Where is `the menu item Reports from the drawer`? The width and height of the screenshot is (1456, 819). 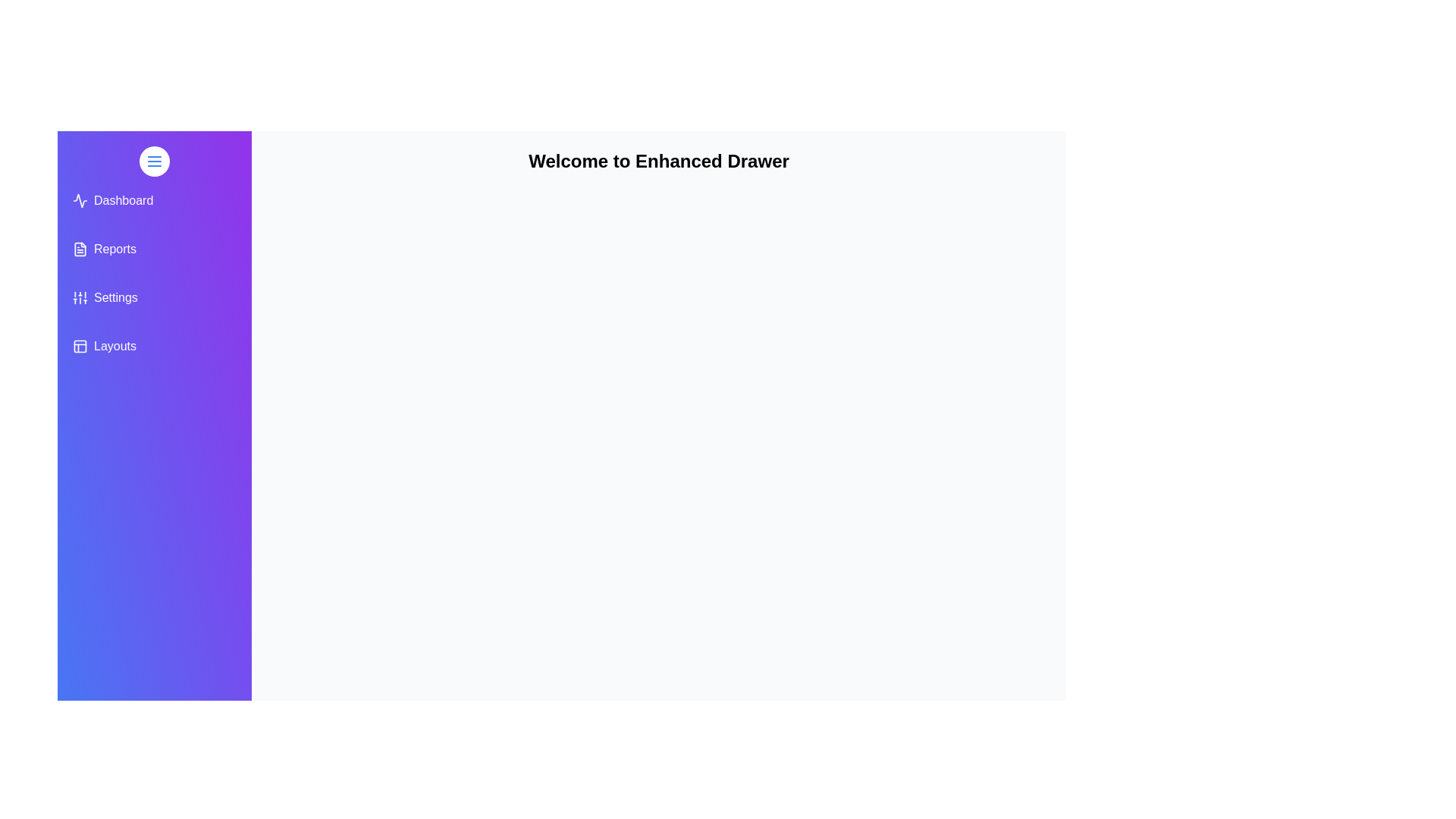
the menu item Reports from the drawer is located at coordinates (154, 248).